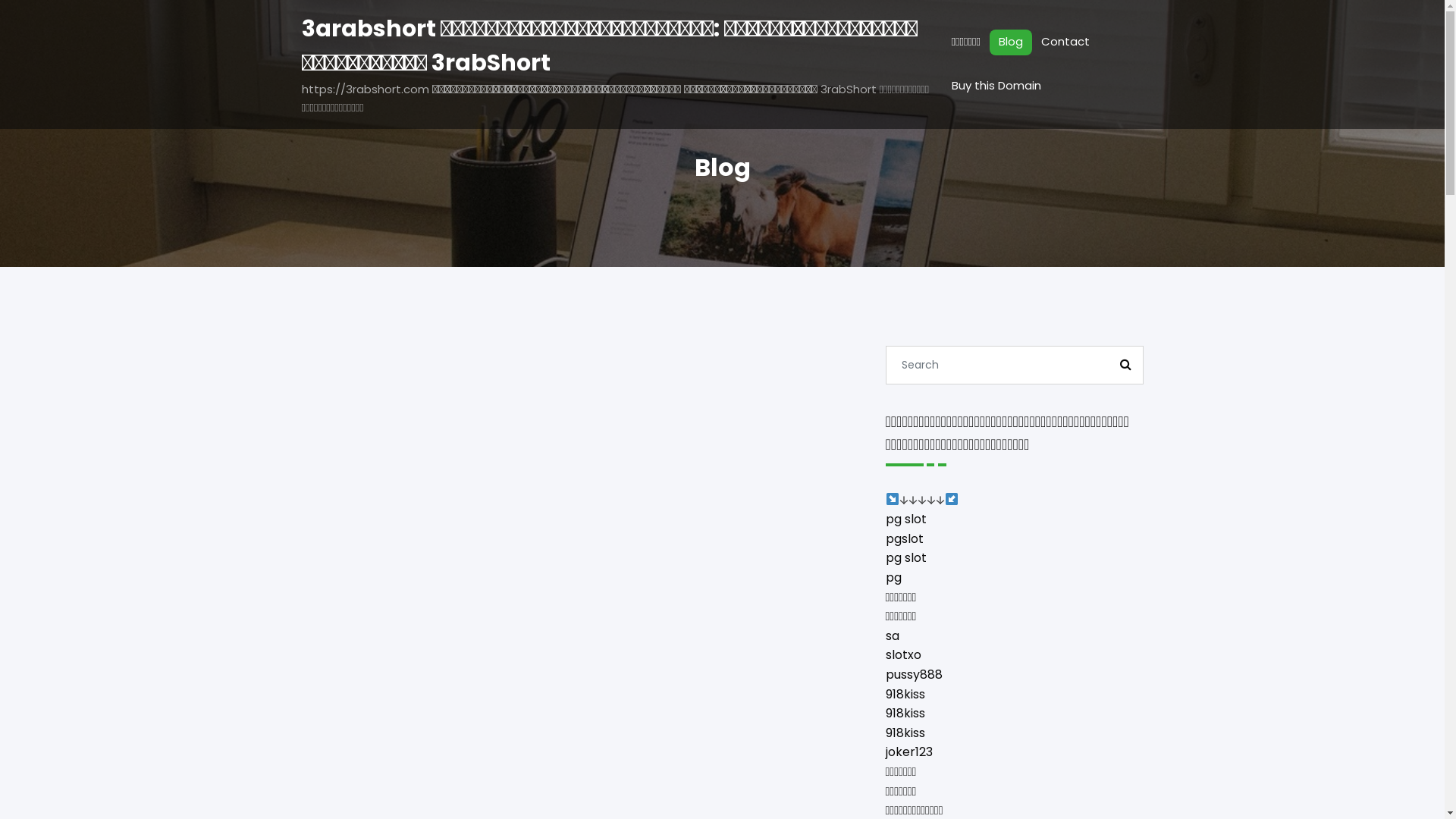 Image resolution: width=1456 pixels, height=819 pixels. I want to click on '918kiss', so click(905, 713).